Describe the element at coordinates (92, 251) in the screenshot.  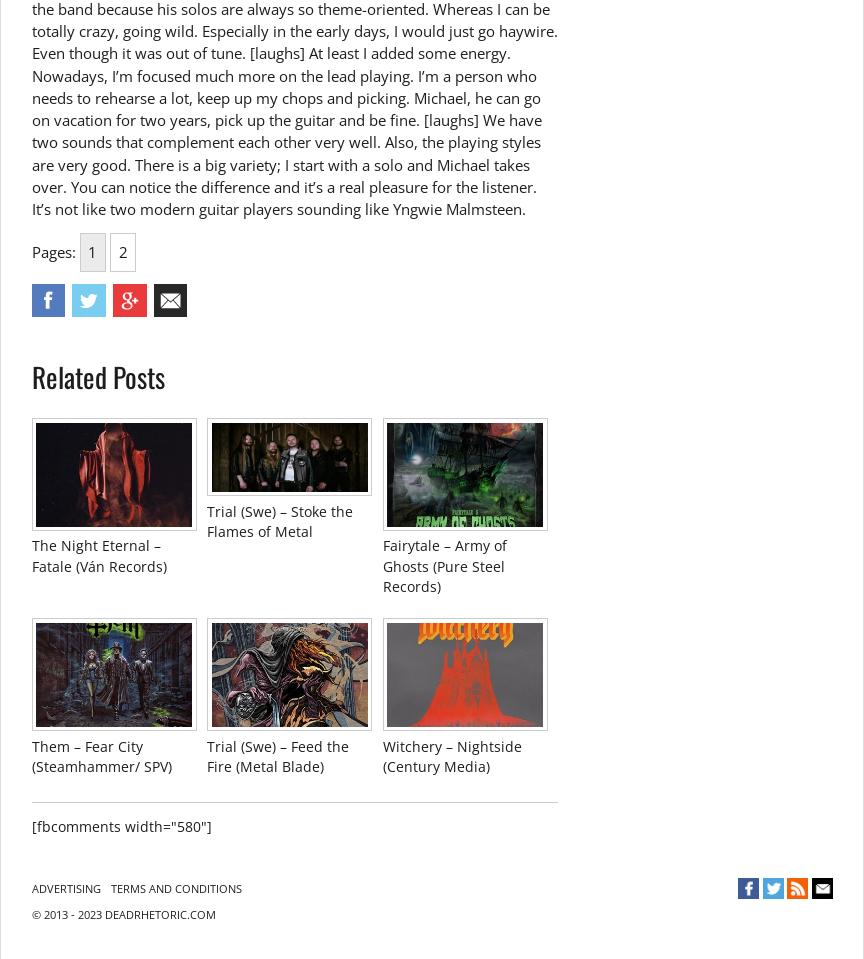
I see `'1'` at that location.